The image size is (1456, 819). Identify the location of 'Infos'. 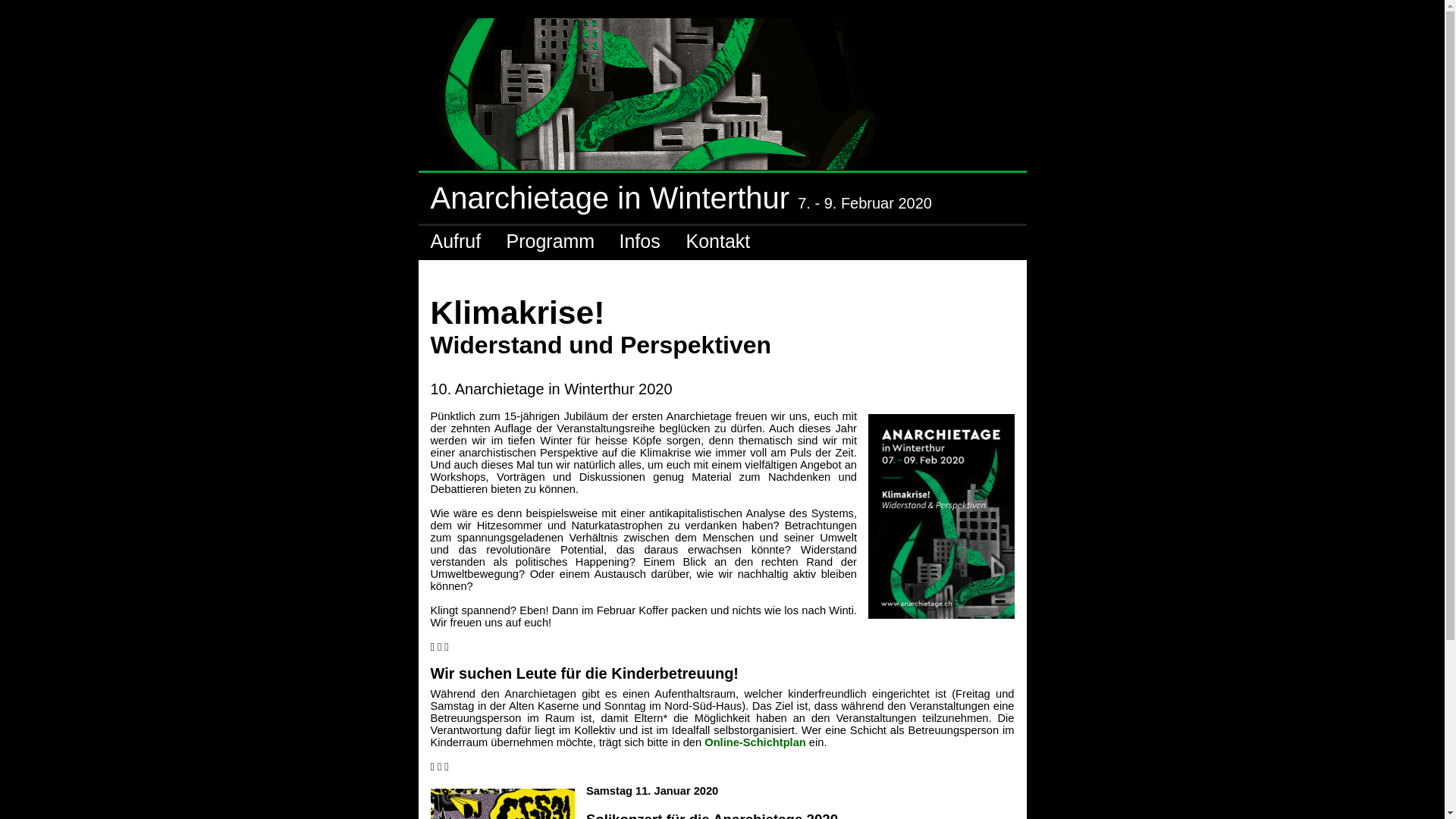
(640, 240).